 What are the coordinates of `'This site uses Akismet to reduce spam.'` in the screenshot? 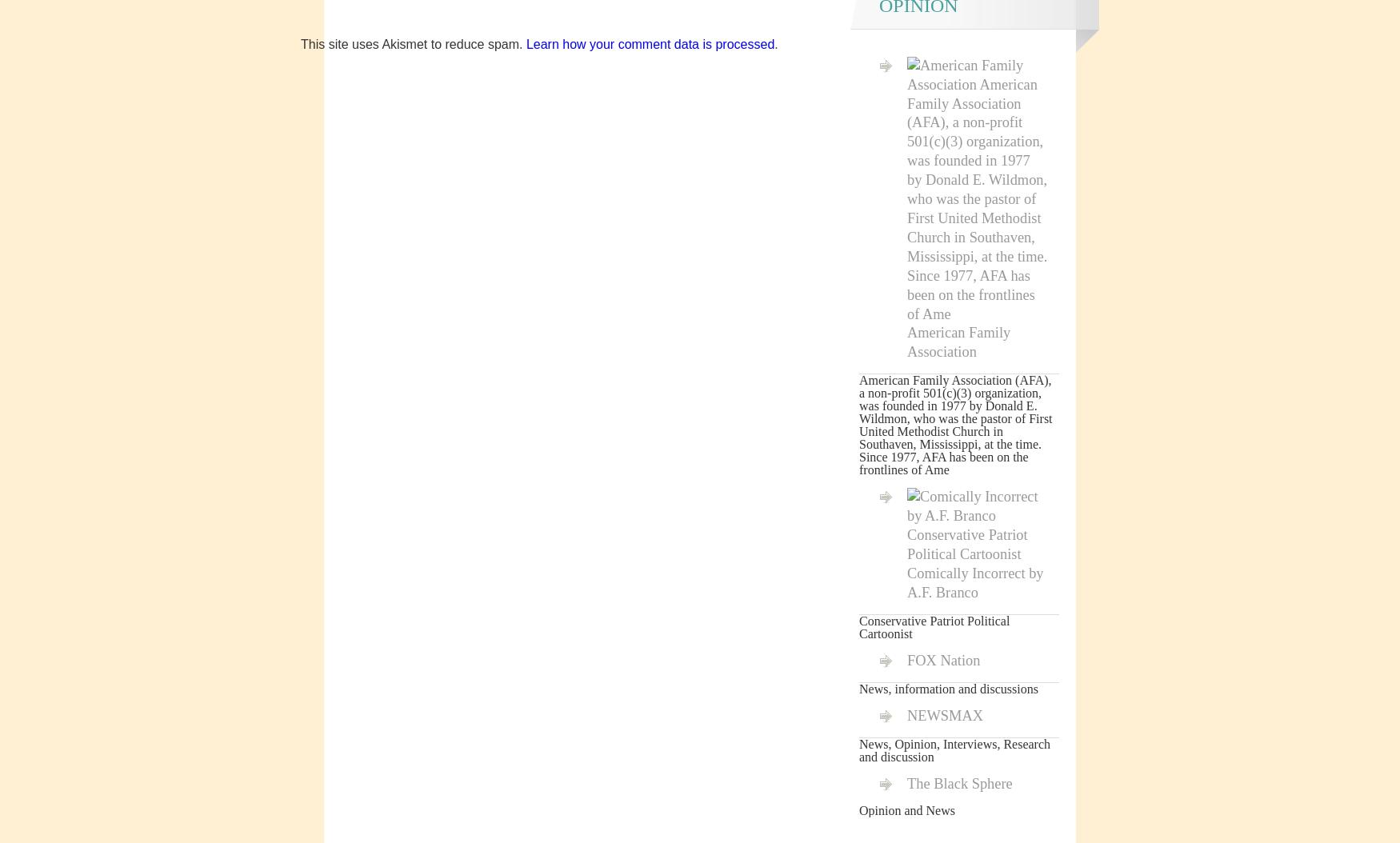 It's located at (412, 43).